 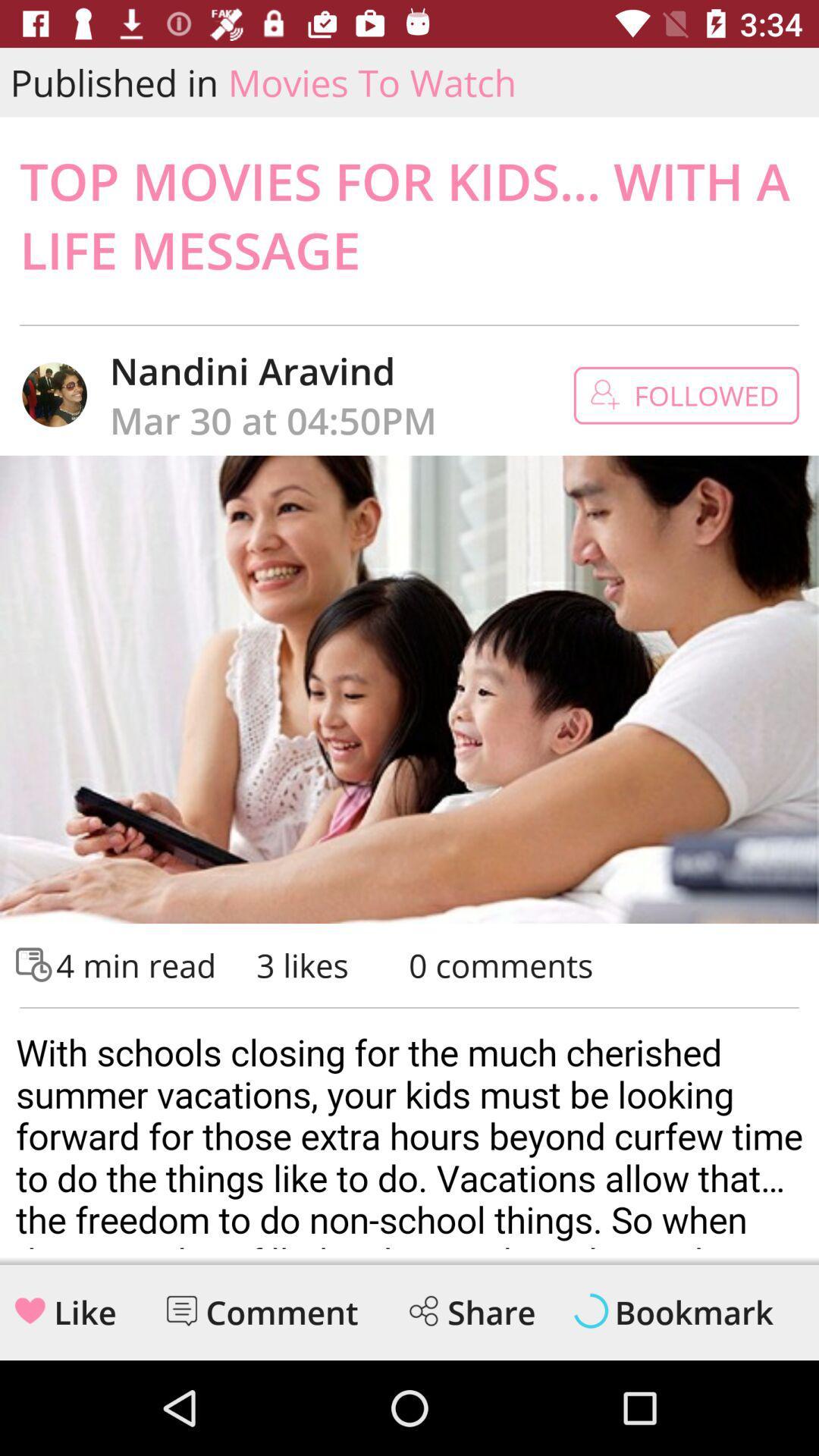 What do you see at coordinates (423, 1310) in the screenshot?
I see `share` at bounding box center [423, 1310].